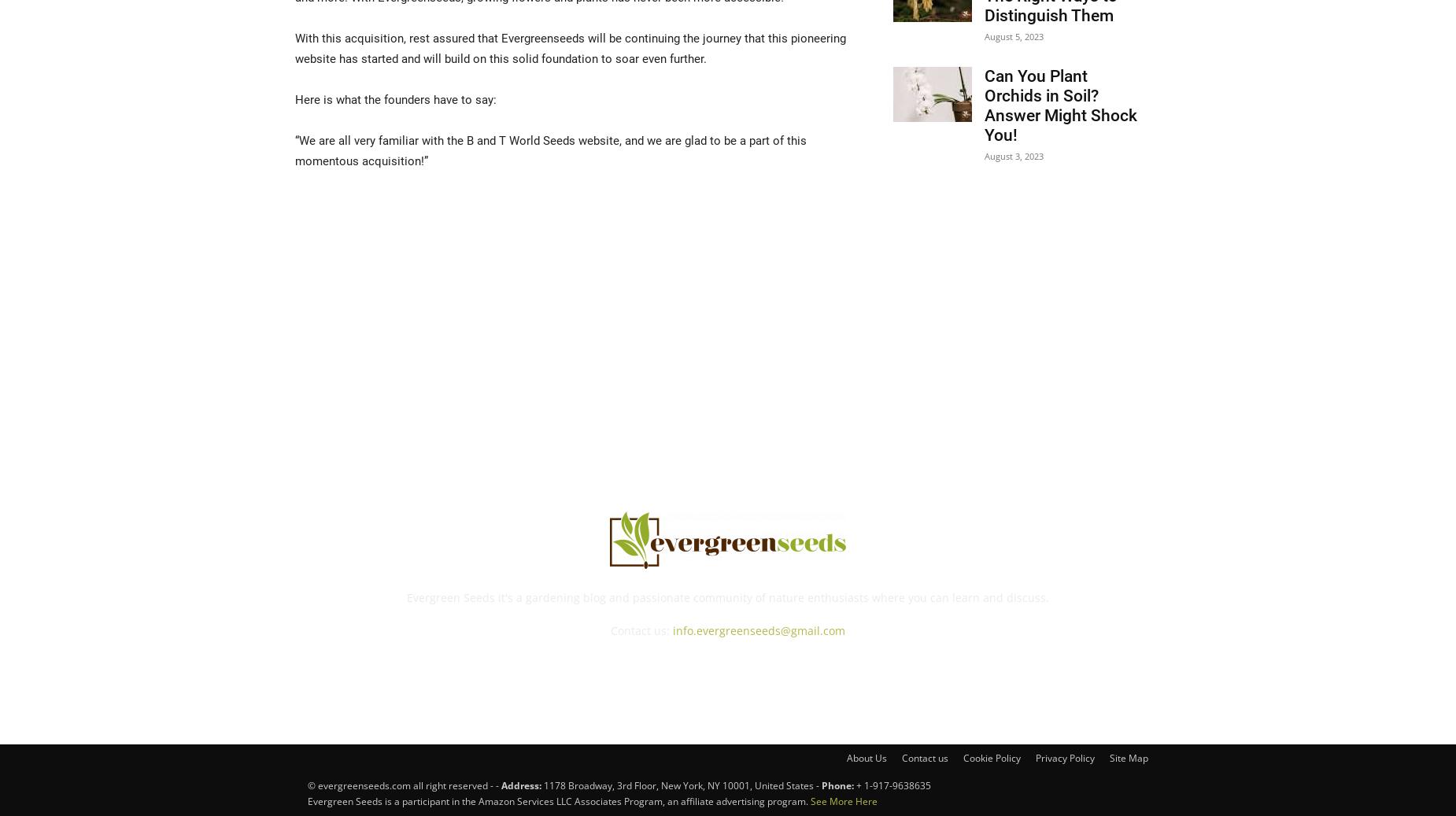 This screenshot has height=816, width=1456. I want to click on '1178 Broadway, 3rd Floor, New York, NY 10001, United States -', so click(682, 785).